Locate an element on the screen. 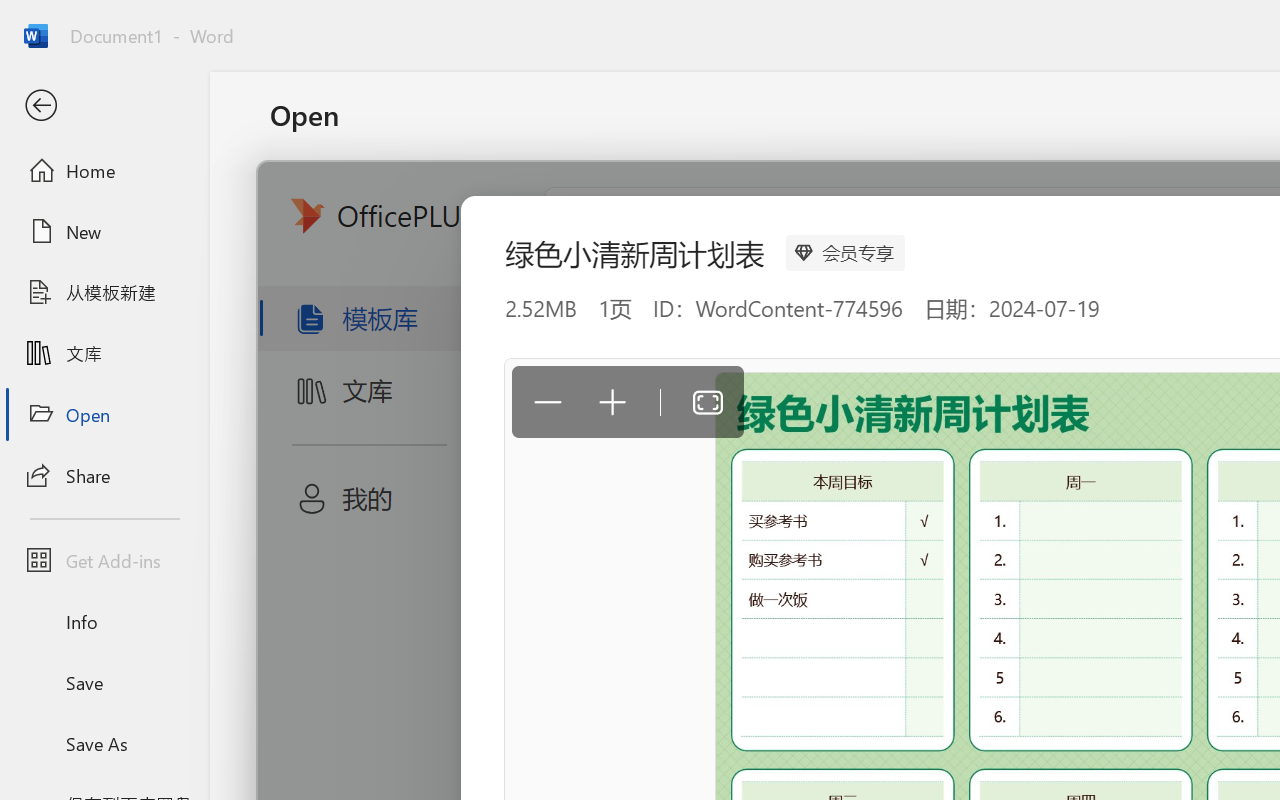 Image resolution: width=1280 pixels, height=800 pixels. 'Back' is located at coordinates (103, 105).